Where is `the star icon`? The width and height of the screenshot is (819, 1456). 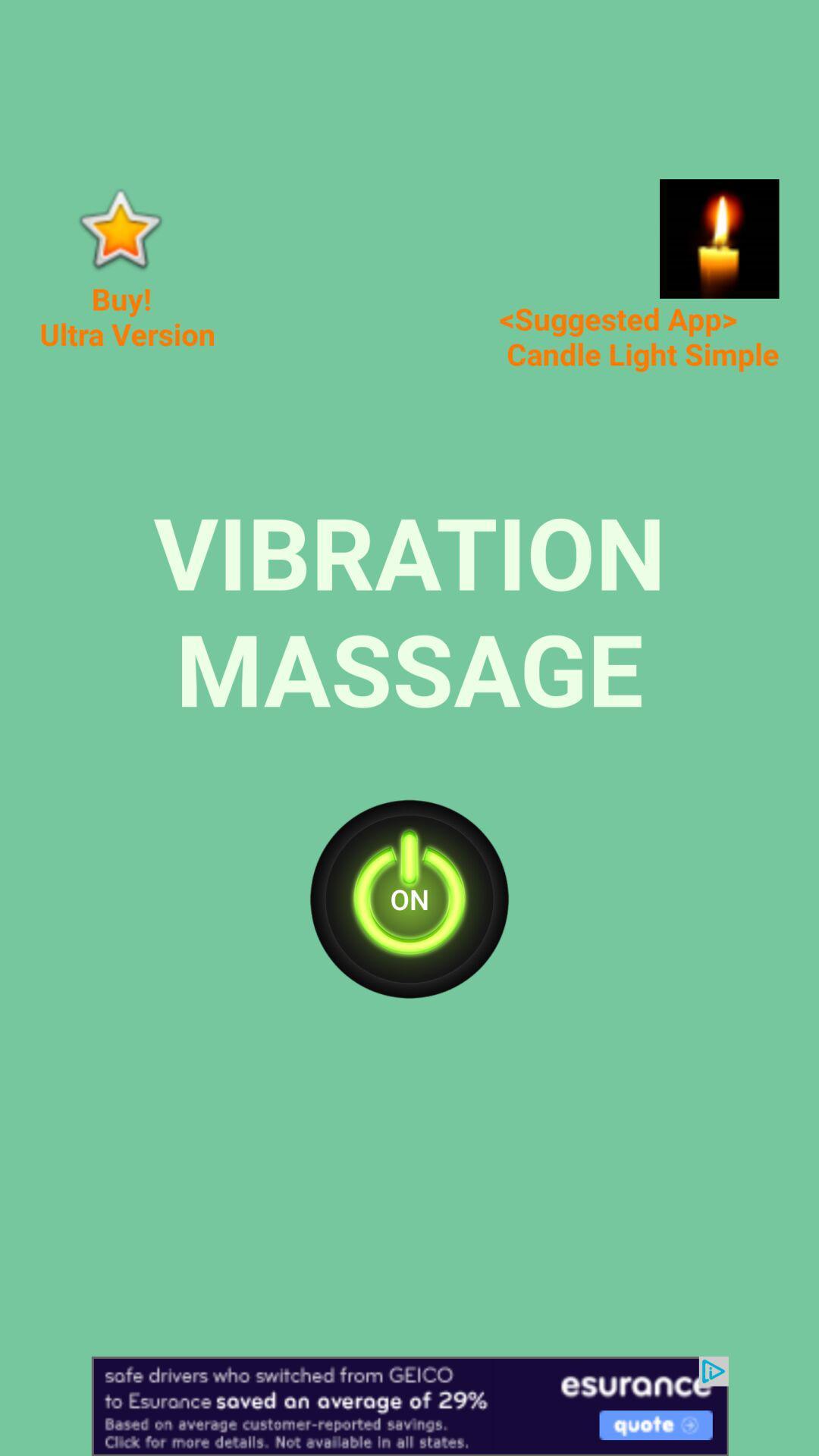 the star icon is located at coordinates (118, 227).